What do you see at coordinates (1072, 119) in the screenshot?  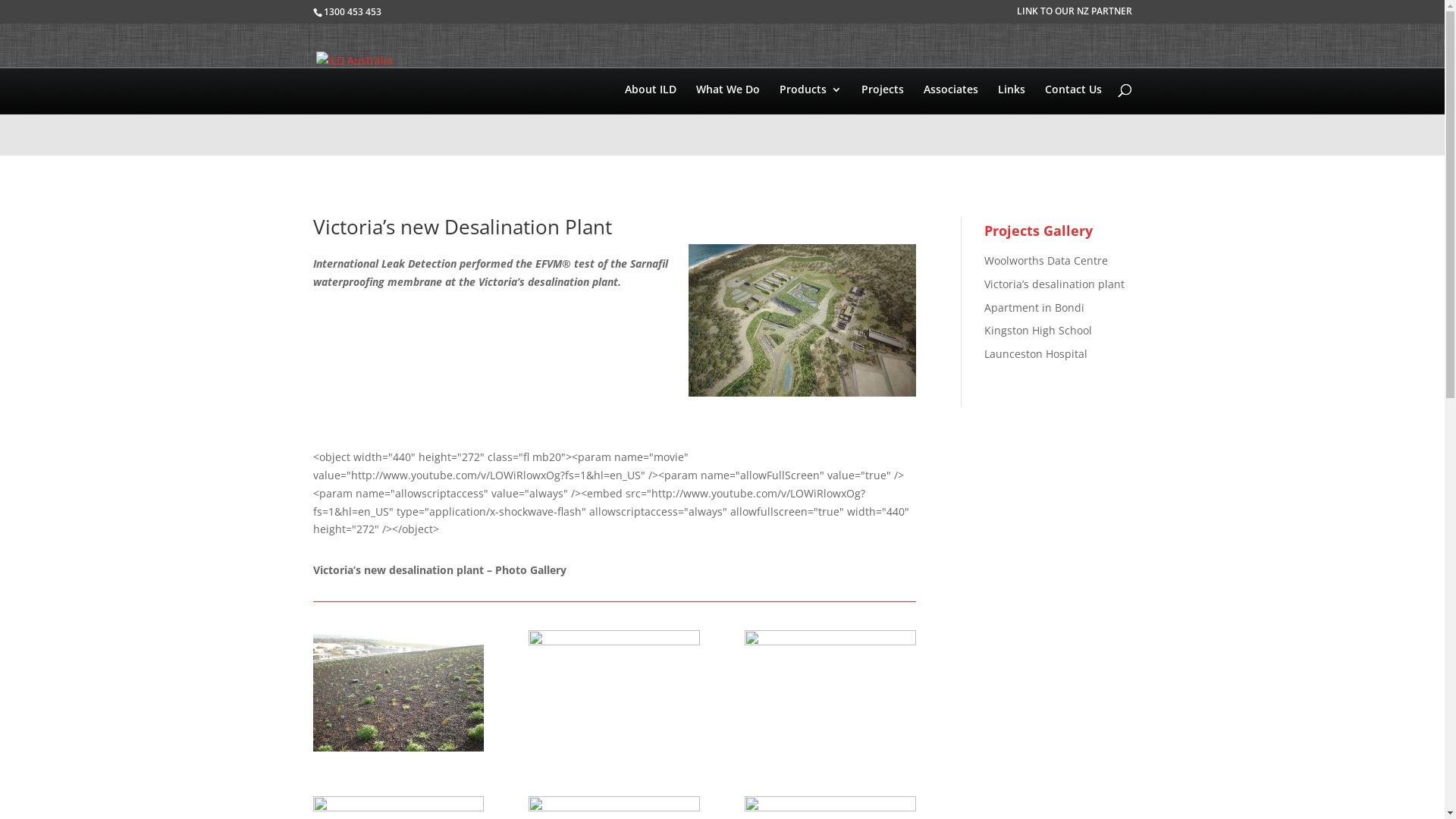 I see `'Contact Us'` at bounding box center [1072, 119].